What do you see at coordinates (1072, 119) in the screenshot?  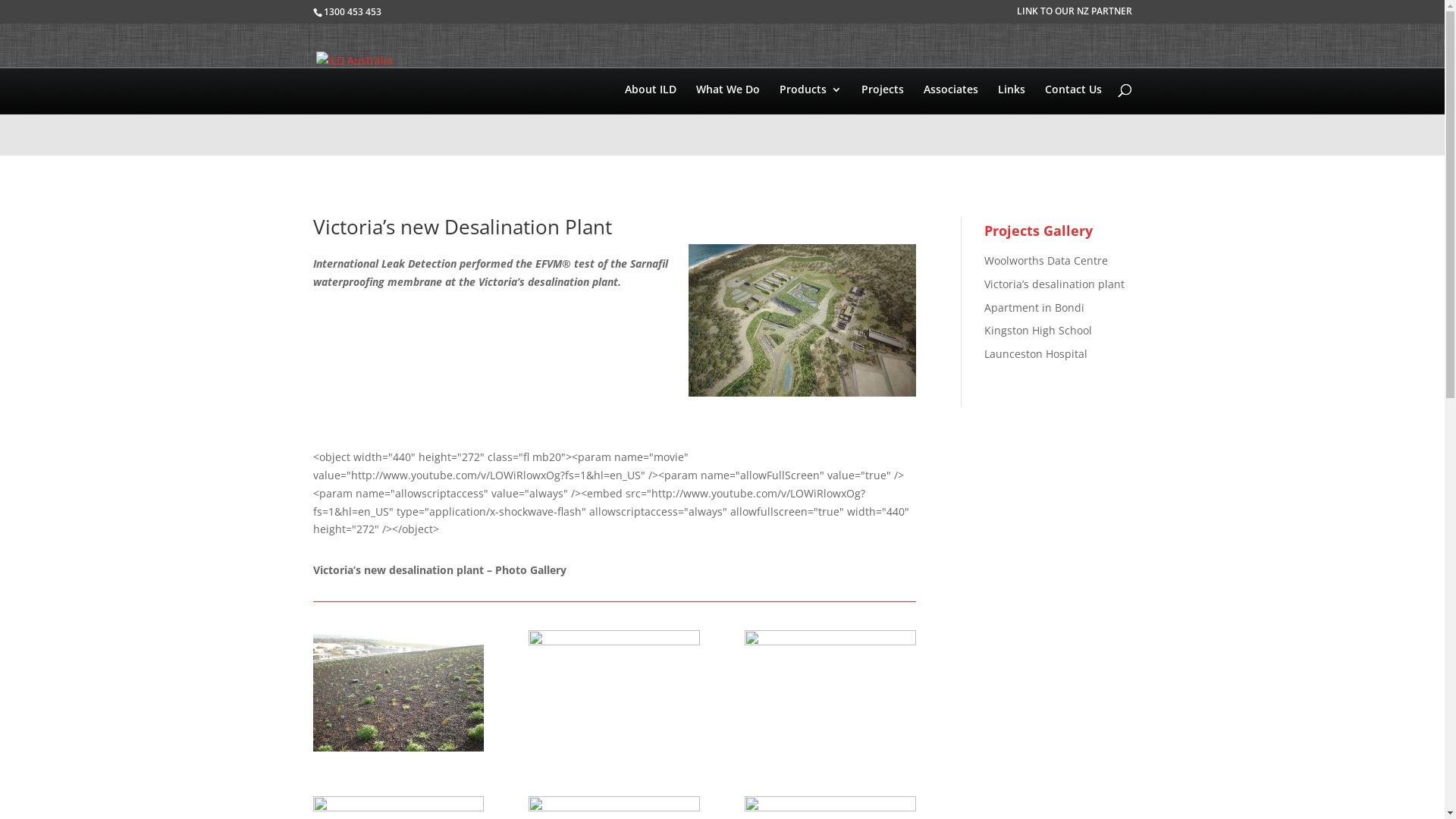 I see `'Contact Us'` at bounding box center [1072, 119].